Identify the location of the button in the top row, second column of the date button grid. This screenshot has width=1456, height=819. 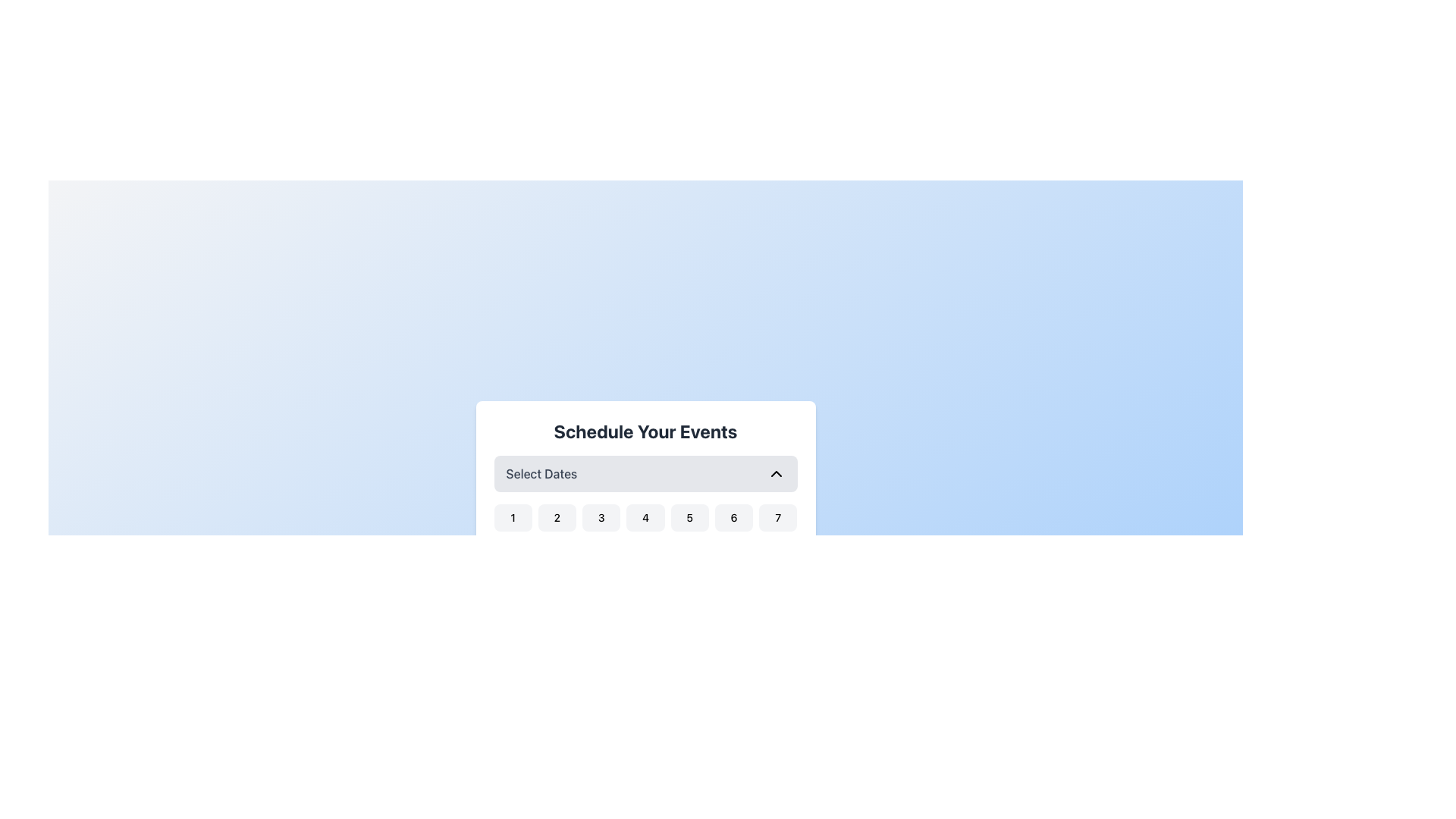
(556, 517).